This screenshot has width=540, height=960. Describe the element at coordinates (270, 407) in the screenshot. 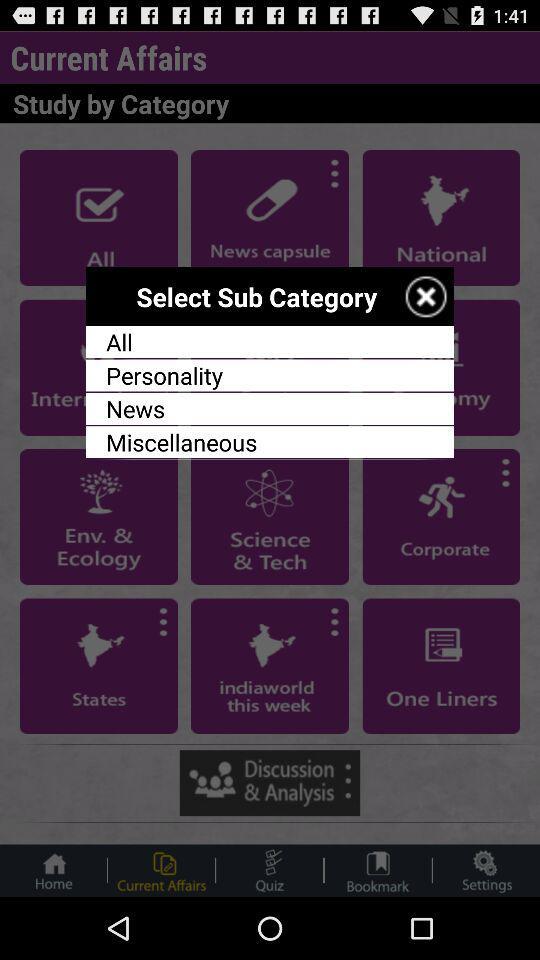

I see `icon above the miscellaneous icon` at that location.